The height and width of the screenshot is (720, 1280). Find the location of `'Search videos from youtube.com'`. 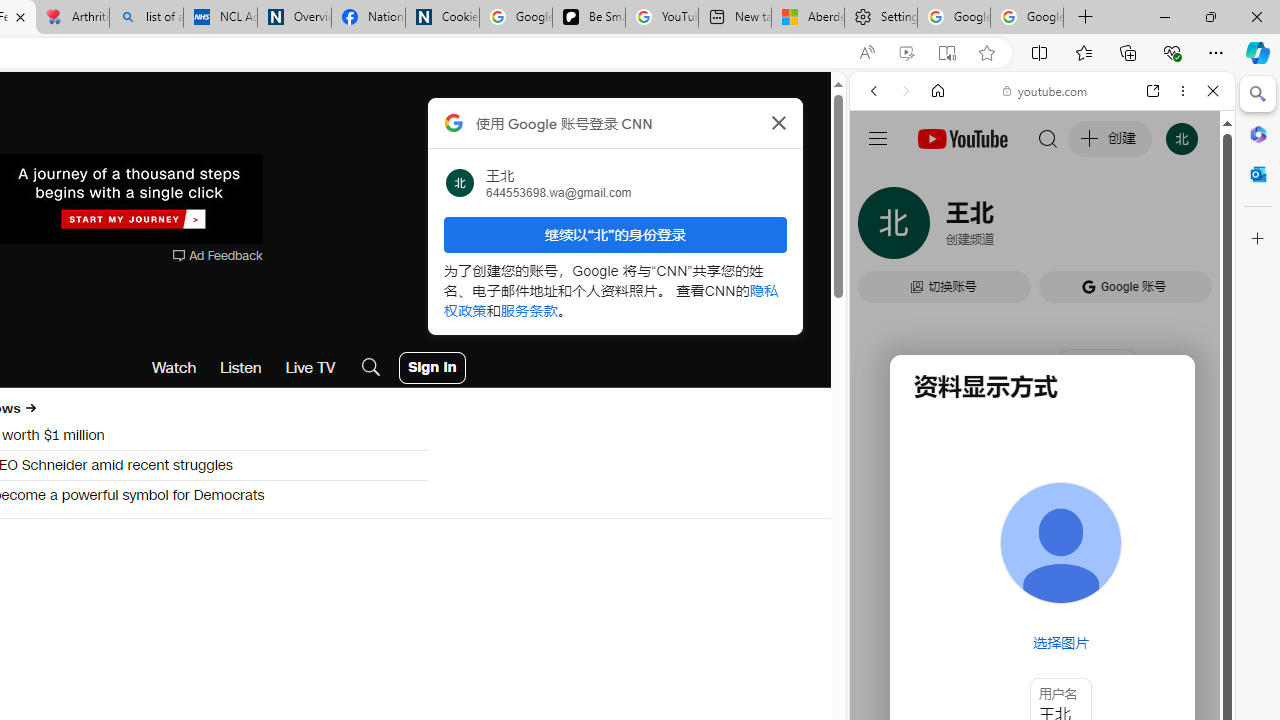

'Search videos from youtube.com' is located at coordinates (1006, 658).